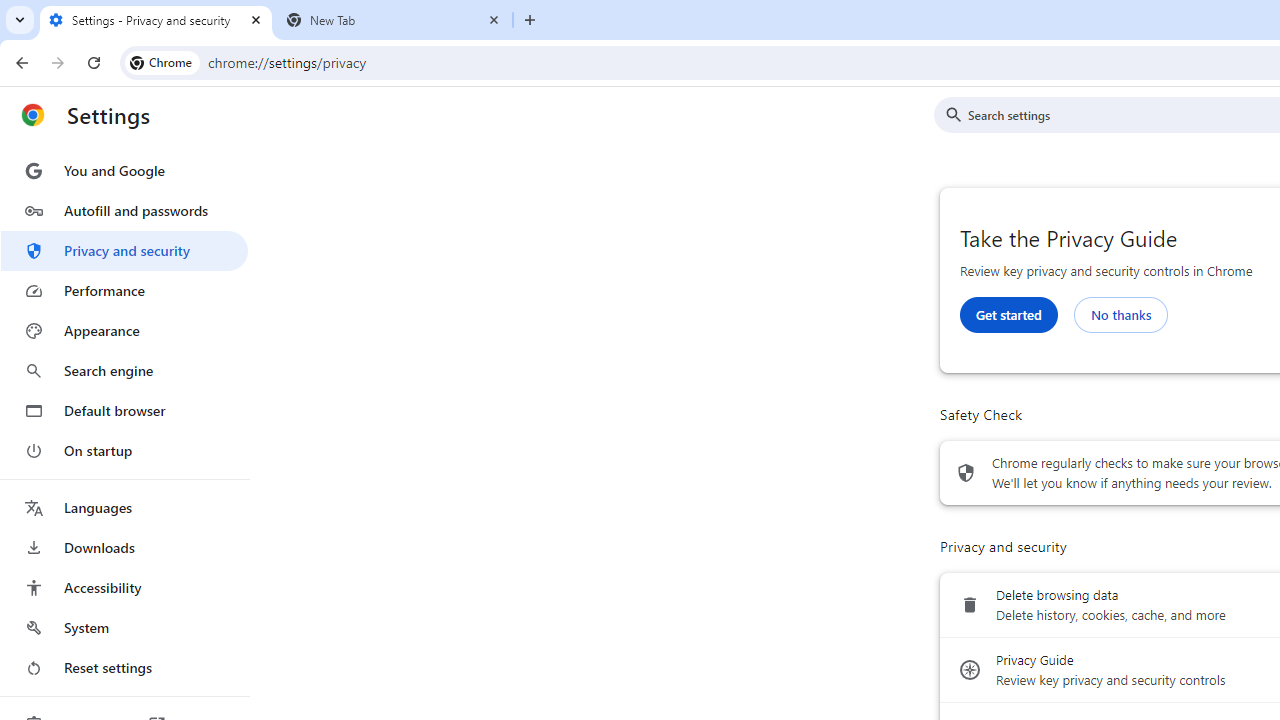 This screenshot has width=1280, height=720. Describe the element at coordinates (123, 210) in the screenshot. I see `'Autofill and passwords'` at that location.